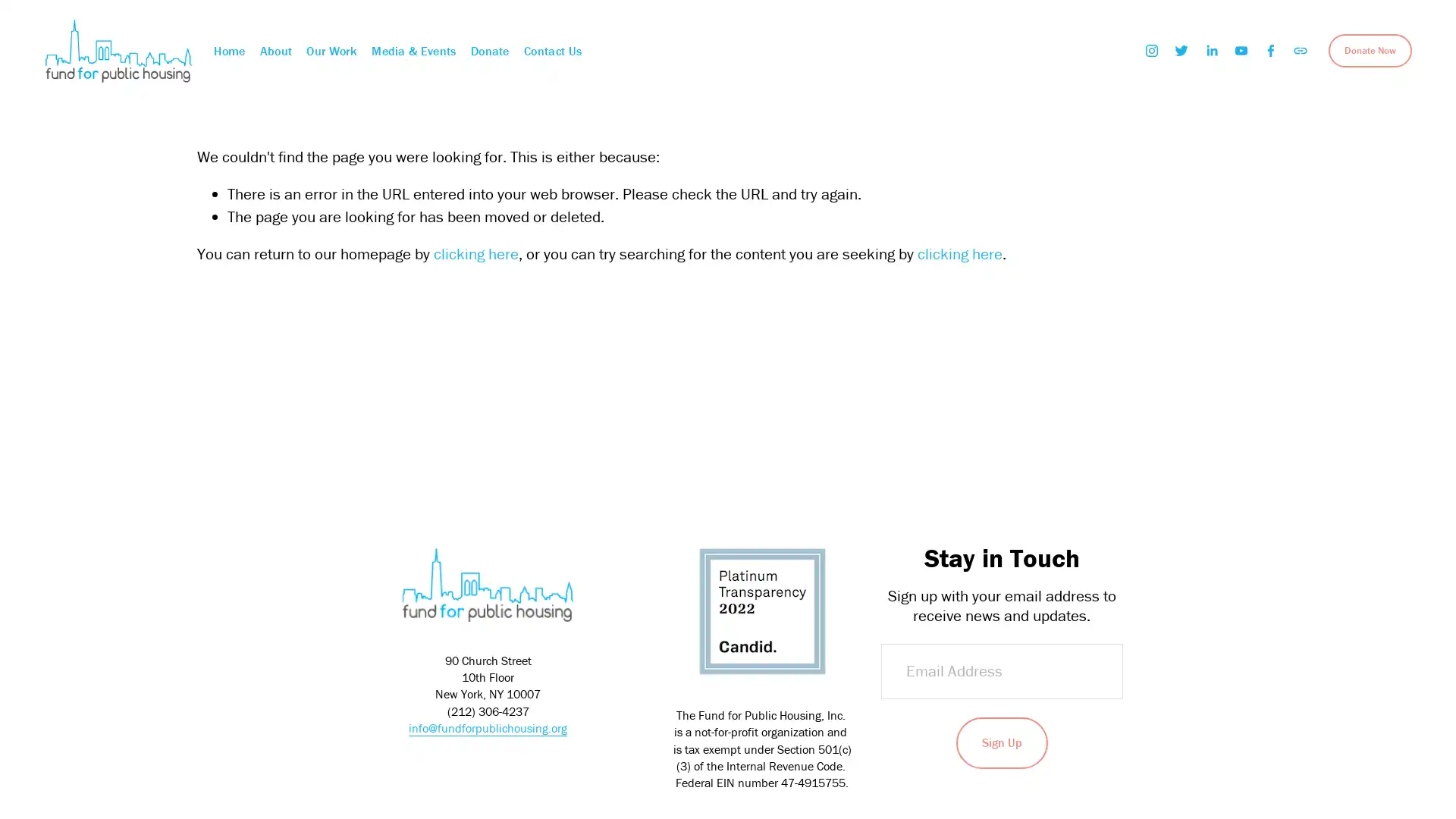 The image size is (1456, 819). Describe the element at coordinates (1001, 742) in the screenshot. I see `Sign Up` at that location.